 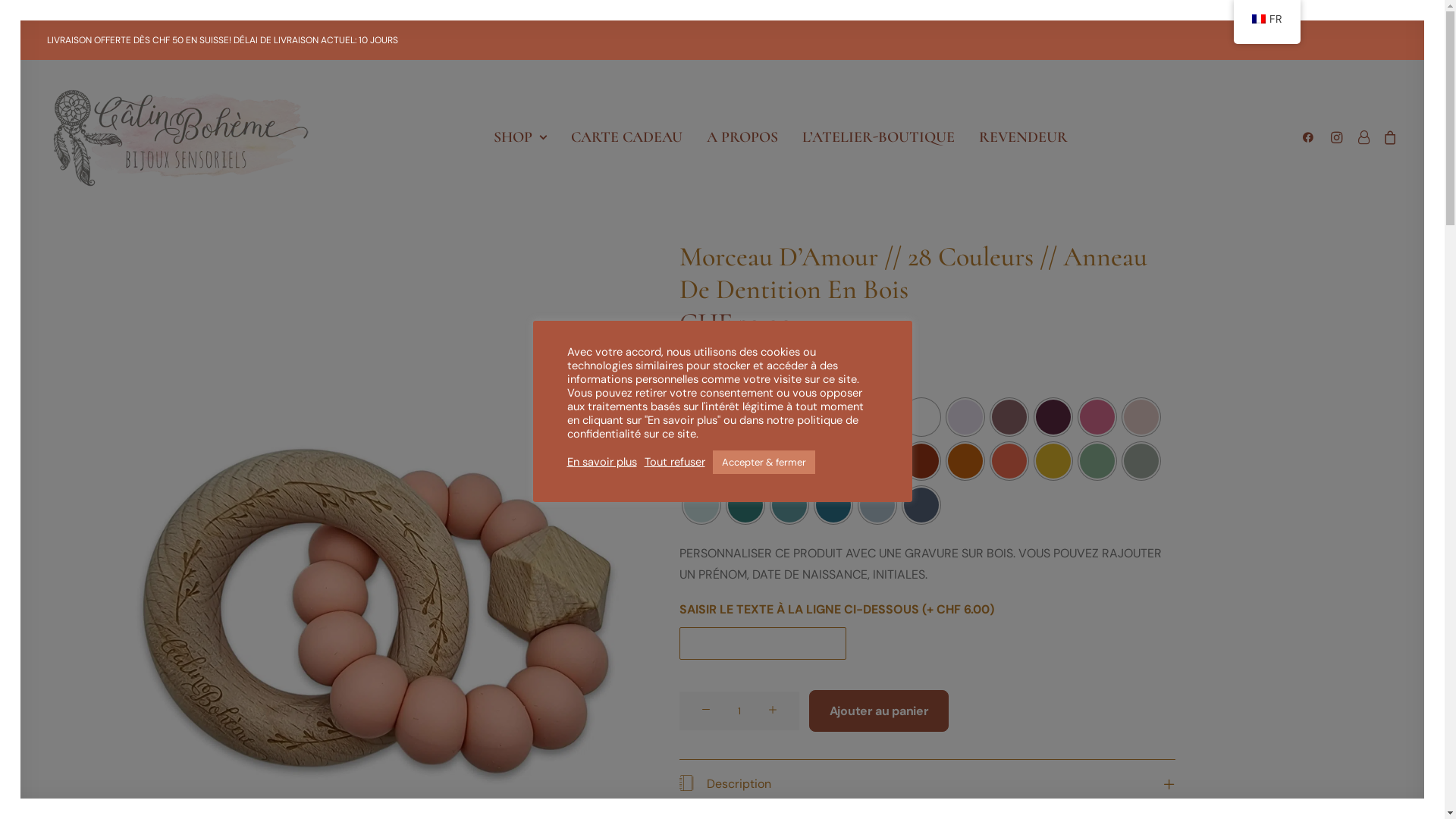 I want to click on 'Description', so click(x=927, y=783).